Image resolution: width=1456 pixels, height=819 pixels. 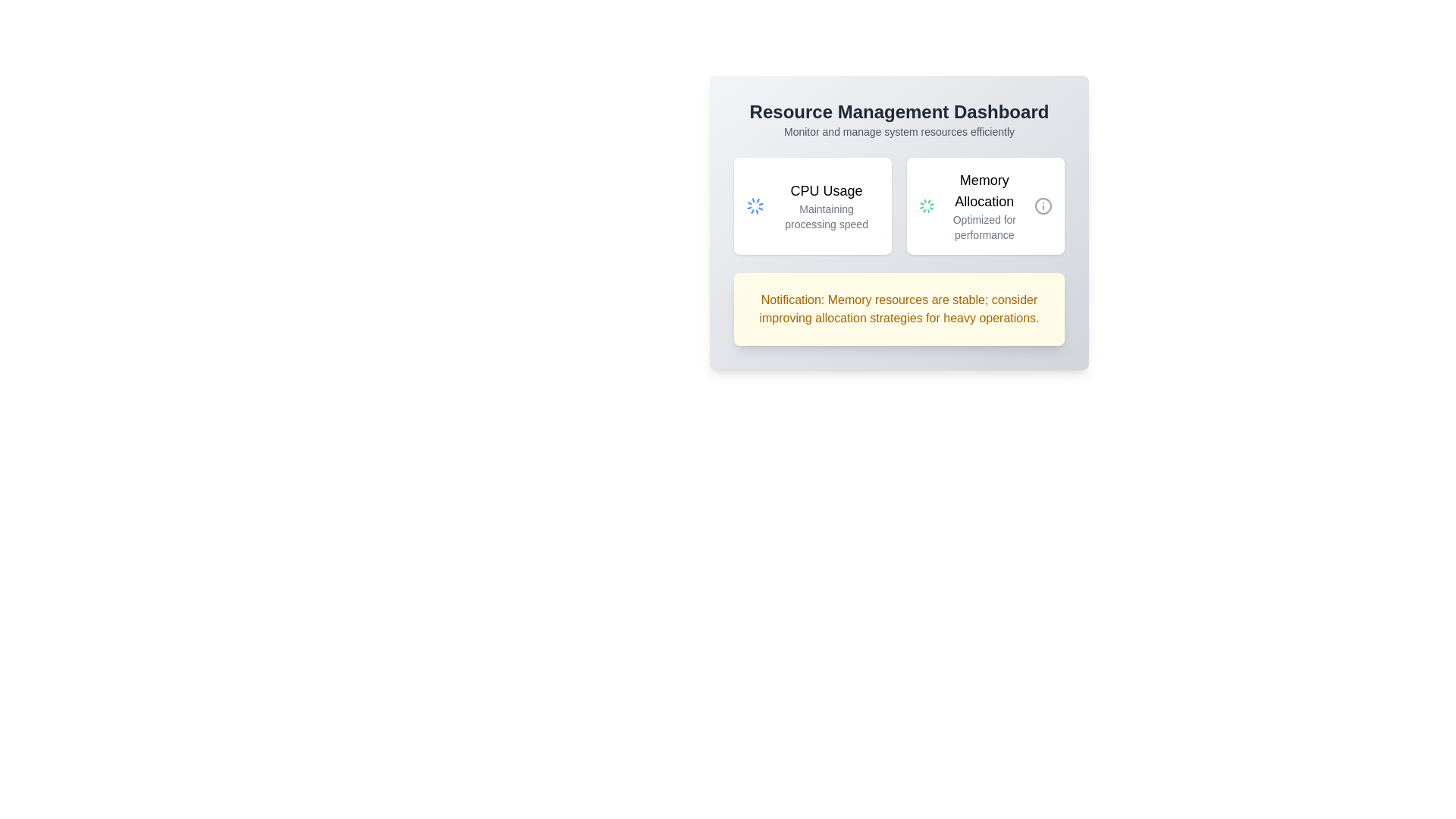 I want to click on the informational notification text label about memory resources in the Resource Management Dashboard, so click(x=899, y=309).